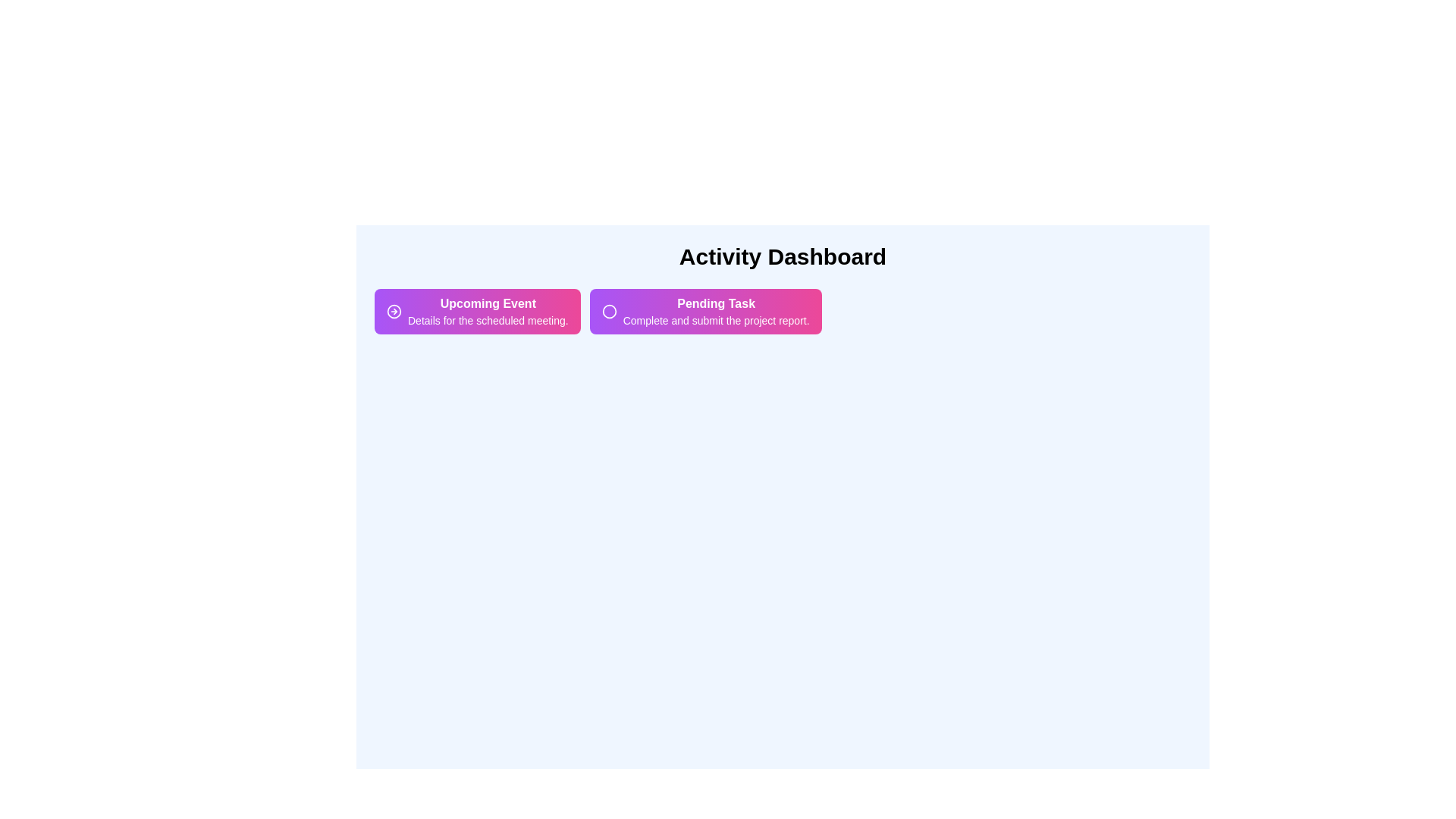 This screenshot has width=1456, height=819. Describe the element at coordinates (394, 311) in the screenshot. I see `the icon of Upcoming Event chip` at that location.